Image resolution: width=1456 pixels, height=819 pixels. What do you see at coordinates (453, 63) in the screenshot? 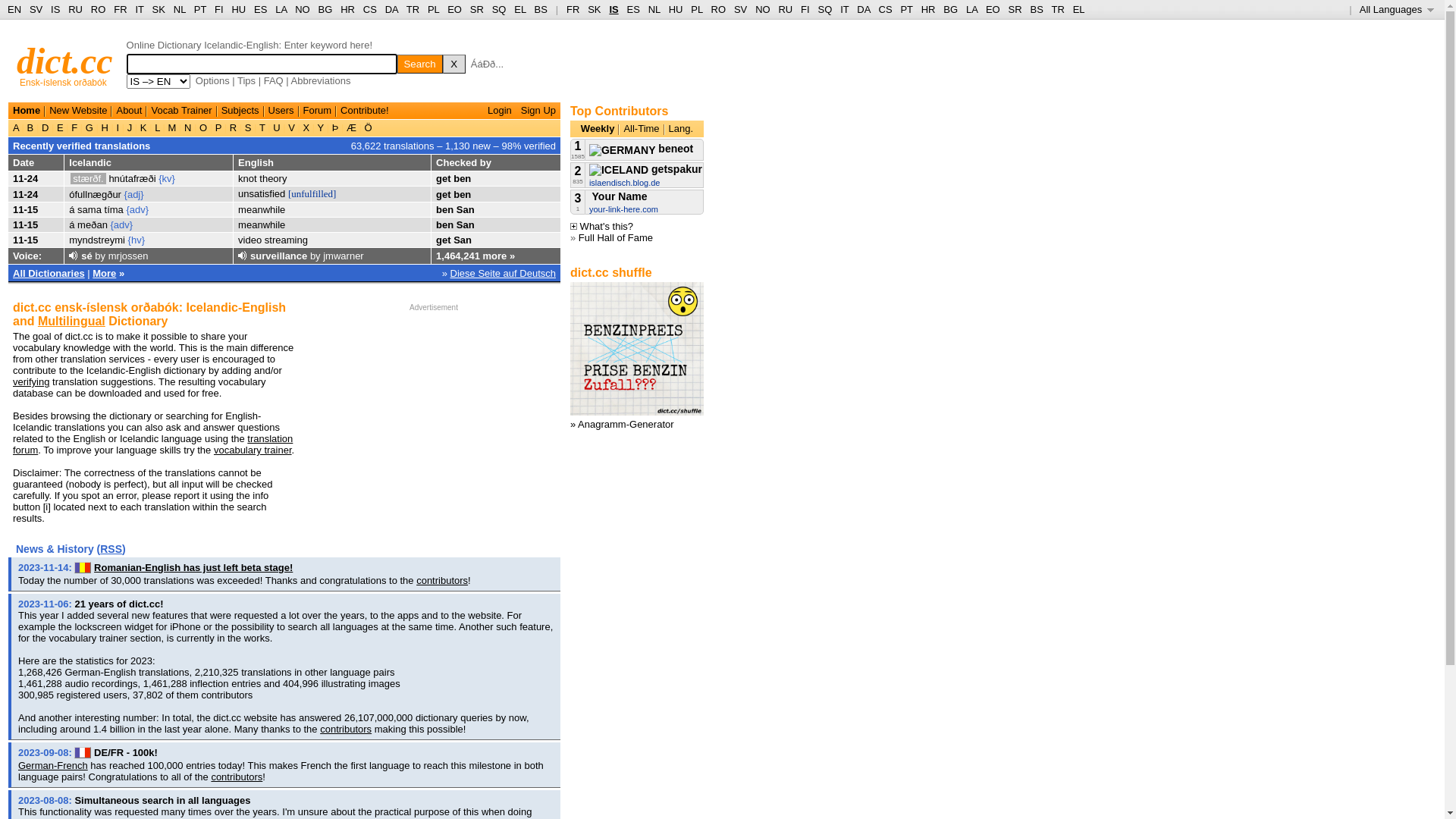
I see `'X'` at bounding box center [453, 63].